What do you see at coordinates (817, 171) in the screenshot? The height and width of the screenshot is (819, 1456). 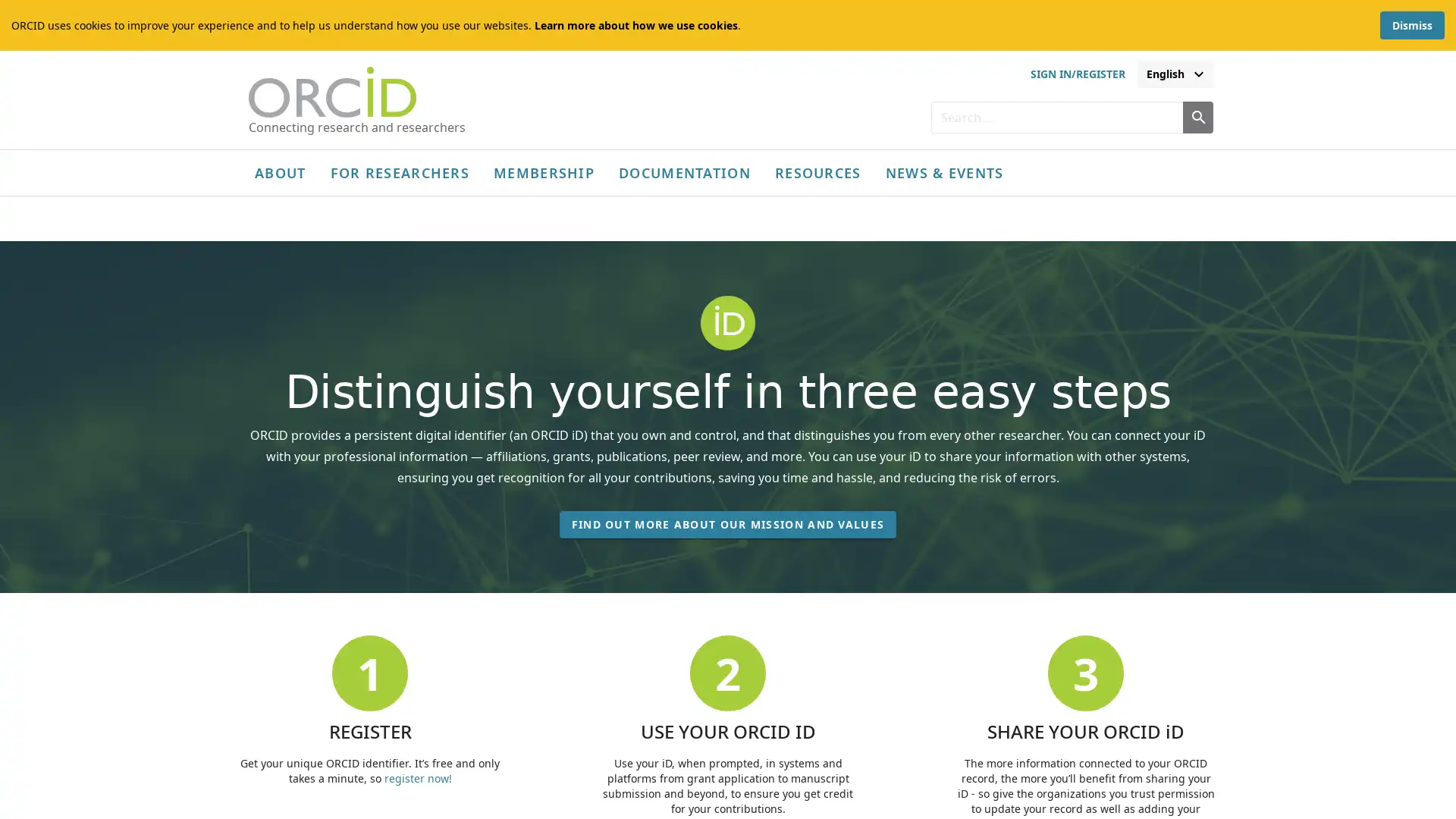 I see `RESOURCES` at bounding box center [817, 171].